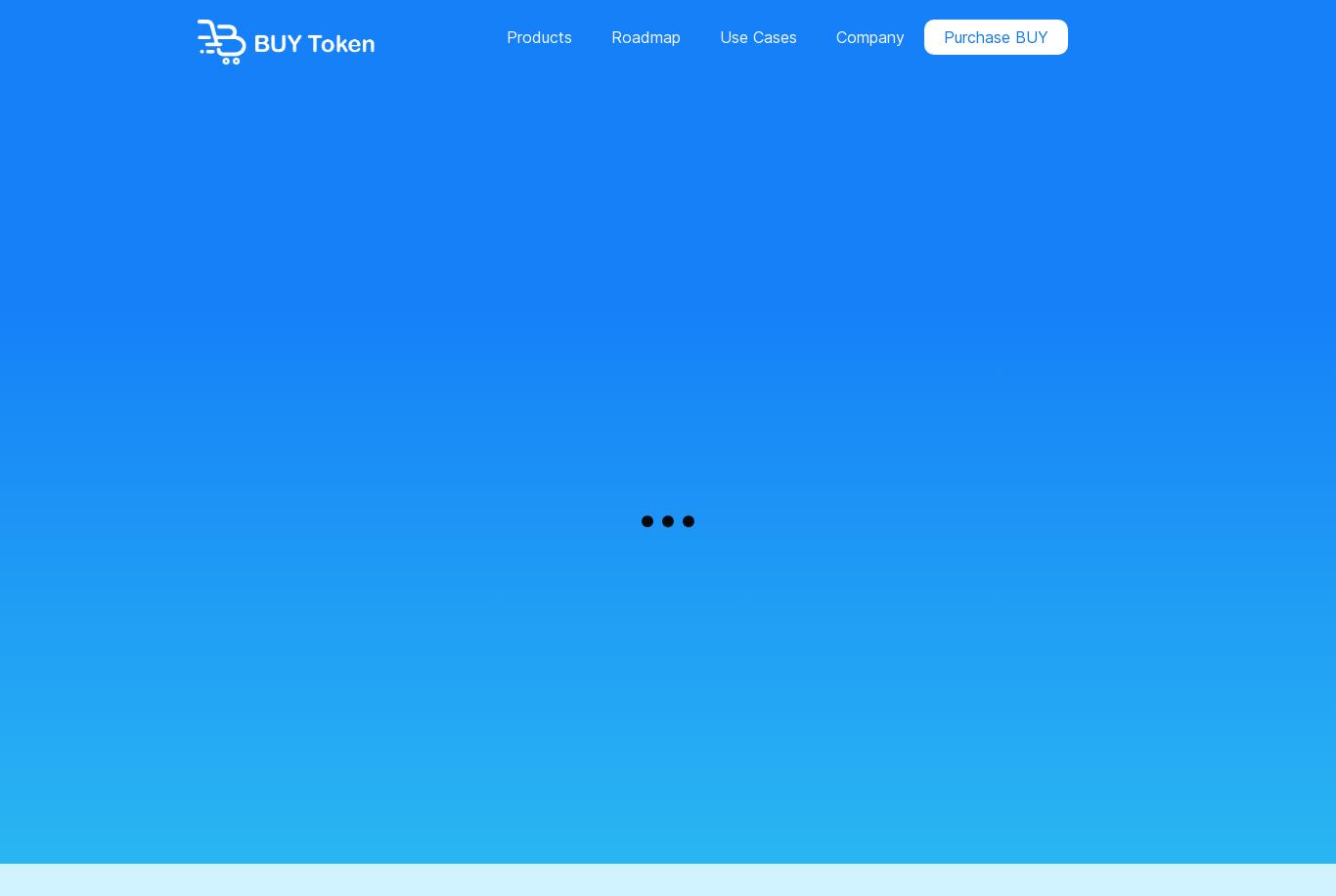 Image resolution: width=1336 pixels, height=896 pixels. What do you see at coordinates (668, 249) in the screenshot?
I see `'On Demand Delivery Solution'` at bounding box center [668, 249].